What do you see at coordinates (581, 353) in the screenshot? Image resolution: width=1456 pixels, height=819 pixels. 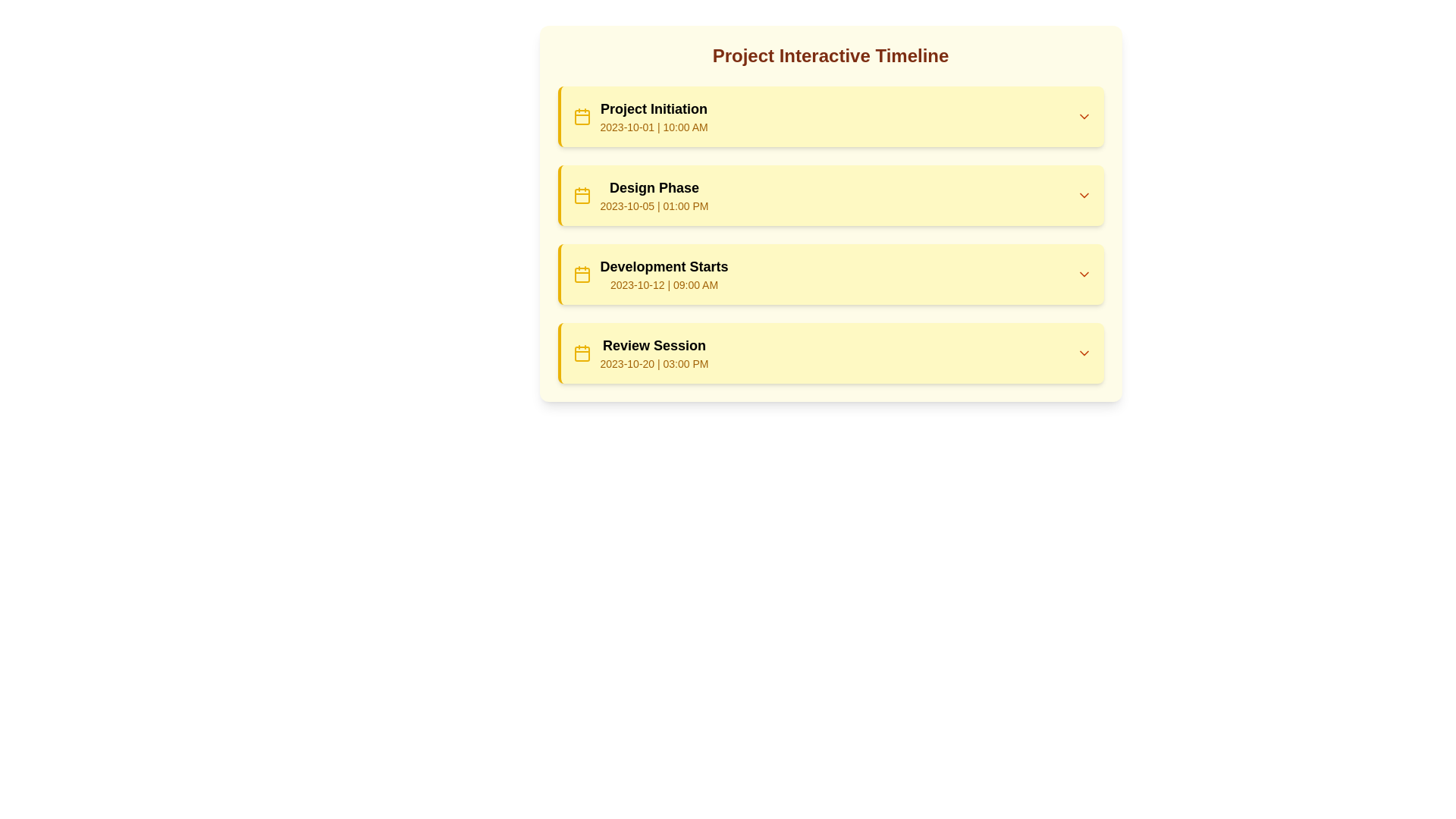 I see `the yellow calendar icon located to the left of the 'Review Session' text in the 'Project Interactive Timeline' section` at bounding box center [581, 353].